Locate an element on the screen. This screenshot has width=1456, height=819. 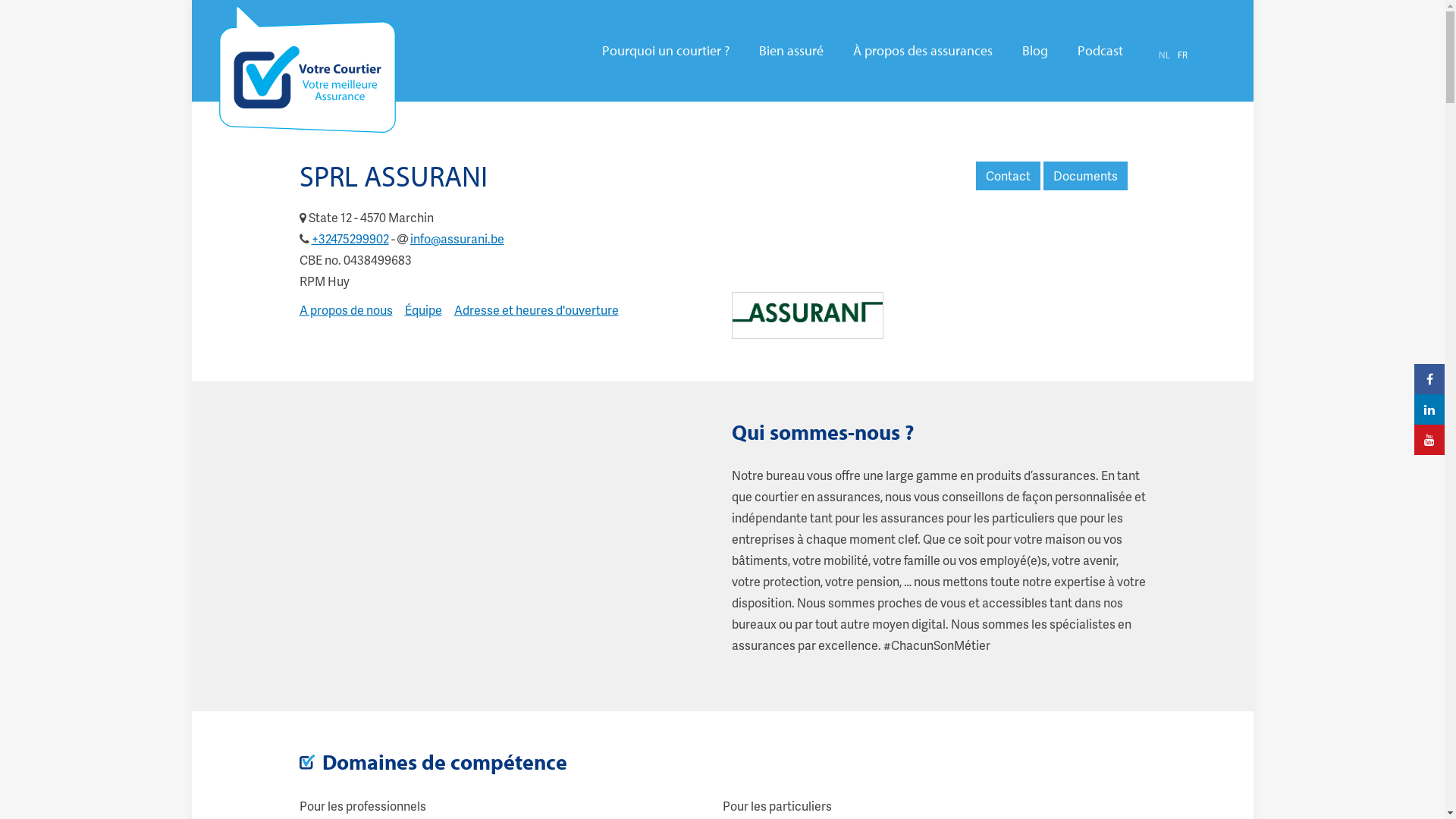
'Contact' is located at coordinates (1007, 174).